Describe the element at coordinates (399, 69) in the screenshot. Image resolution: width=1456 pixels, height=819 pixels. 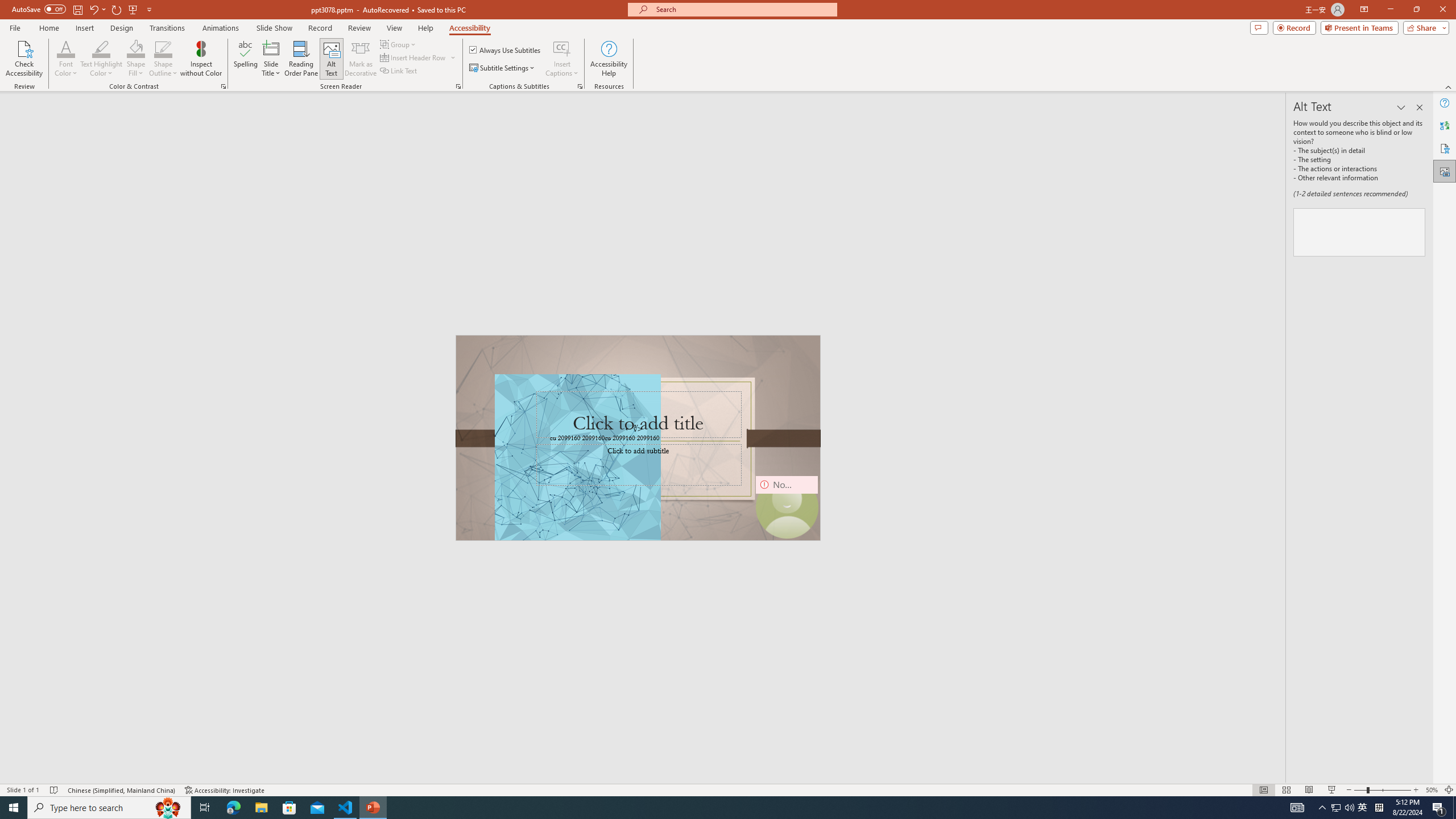
I see `'Link Text'` at that location.